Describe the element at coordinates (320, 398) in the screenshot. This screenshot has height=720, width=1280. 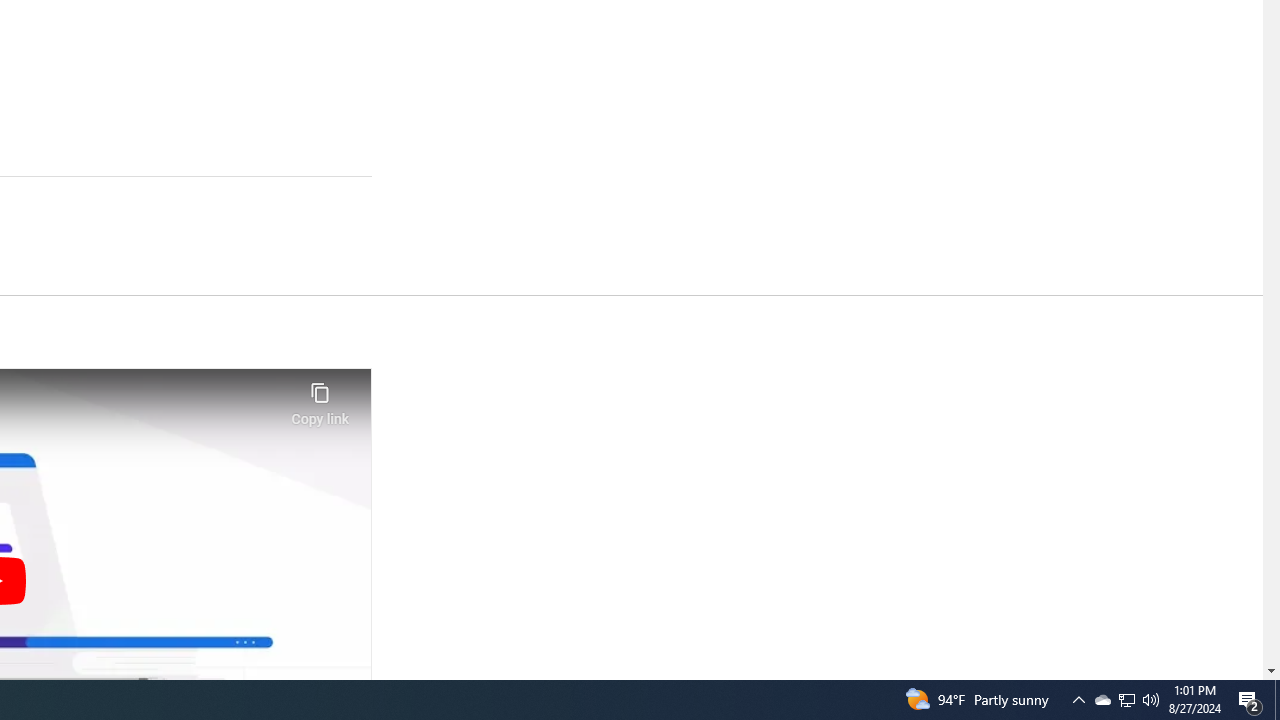
I see `'Copy link'` at that location.